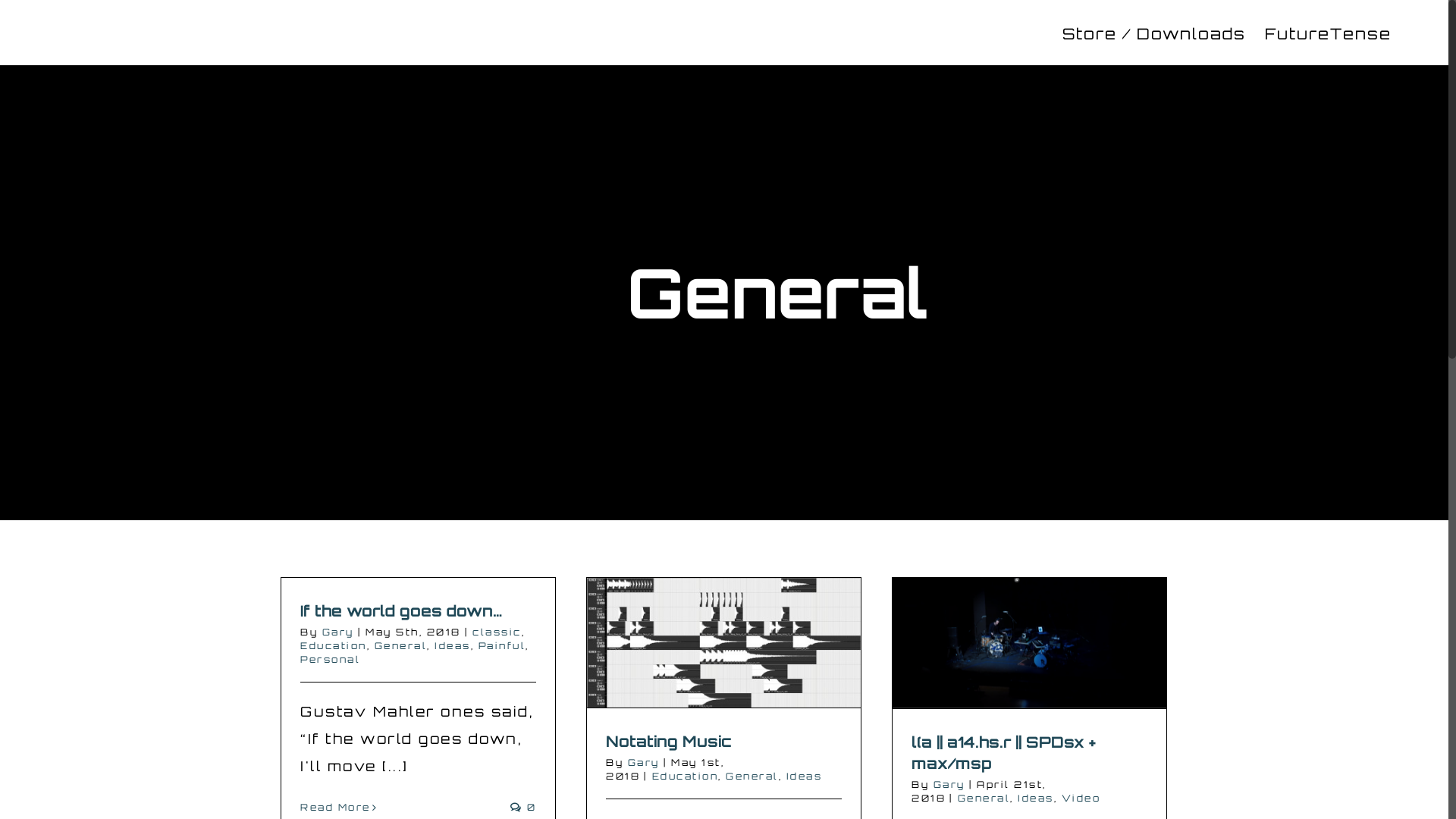 This screenshot has height=819, width=1456. What do you see at coordinates (320, 632) in the screenshot?
I see `'Gary'` at bounding box center [320, 632].